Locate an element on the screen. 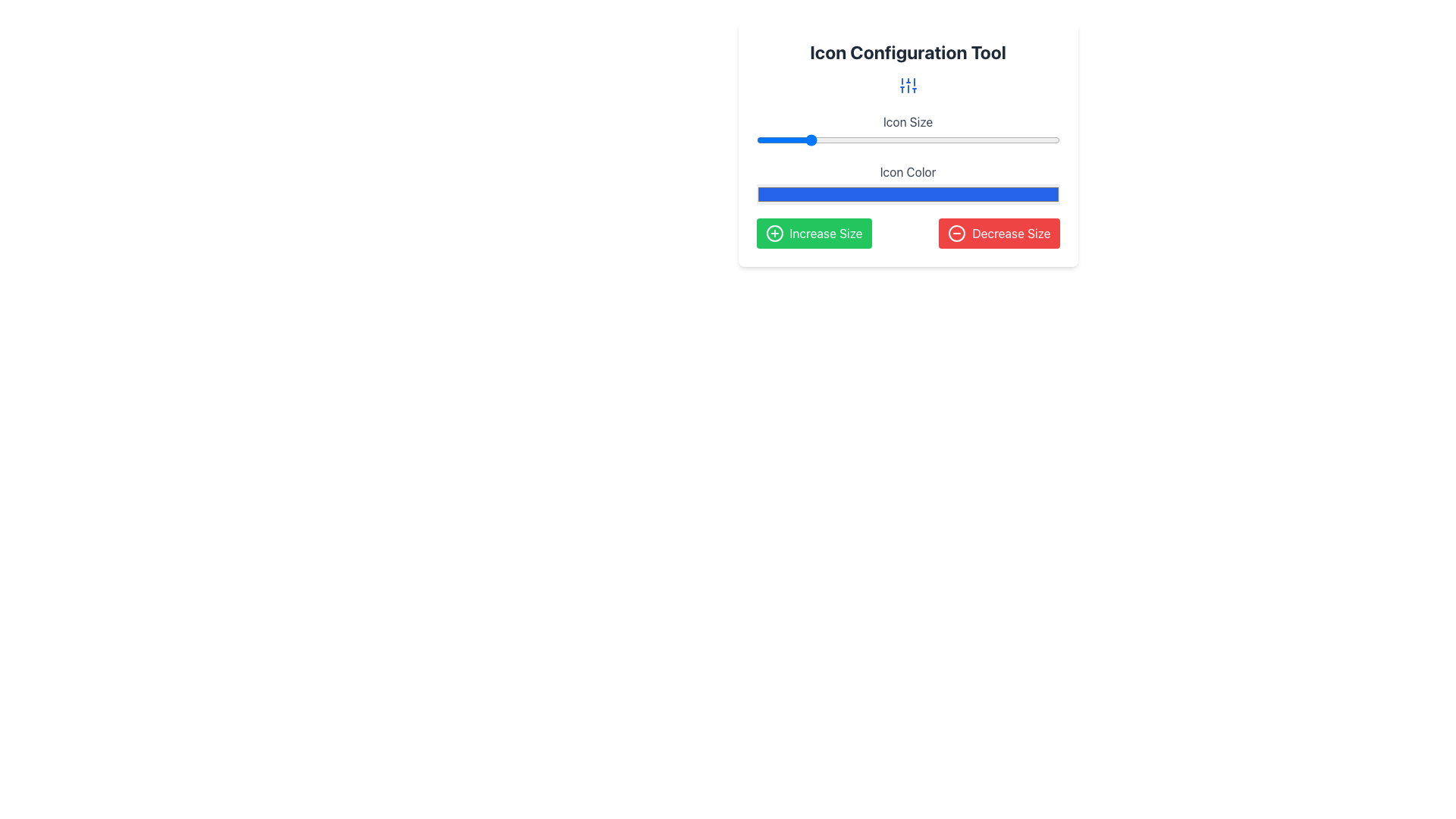  the icon size is located at coordinates (1028, 140).